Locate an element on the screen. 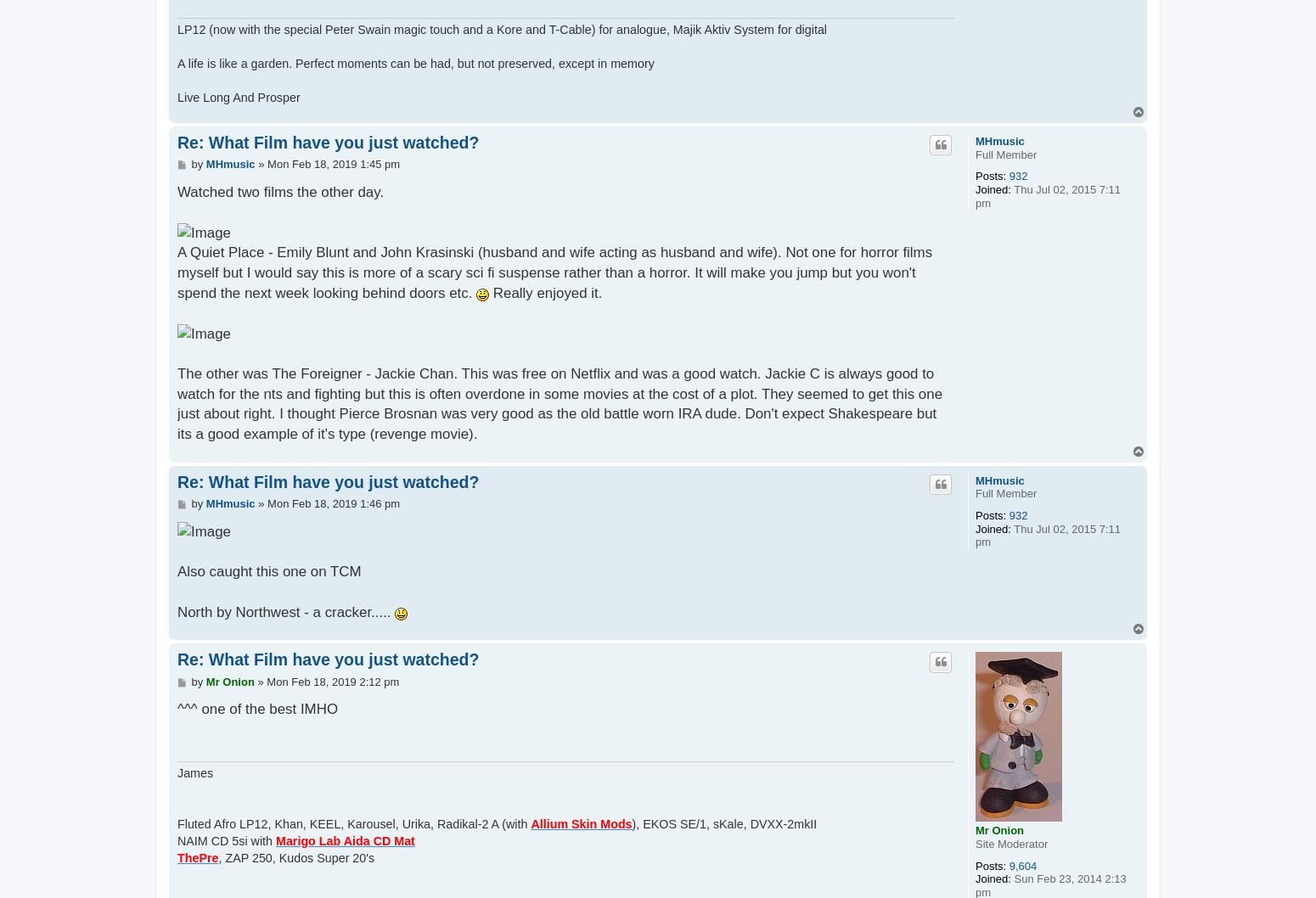 The image size is (1316, 898). 'Really enjoyed it.' is located at coordinates (544, 291).